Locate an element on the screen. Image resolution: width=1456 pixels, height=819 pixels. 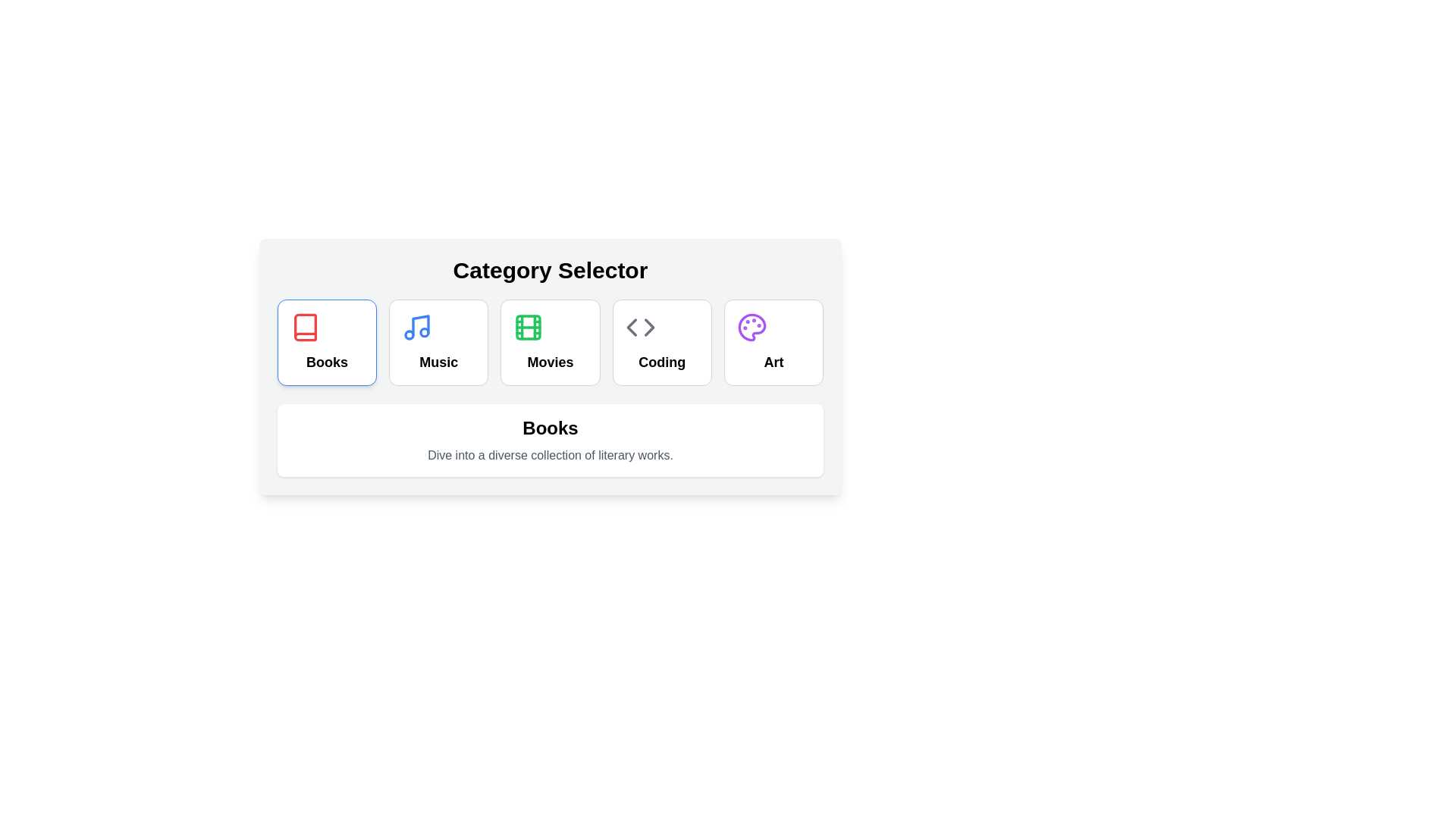
the 'Books' text element, which serves as a heading indicating the category below is located at coordinates (549, 428).